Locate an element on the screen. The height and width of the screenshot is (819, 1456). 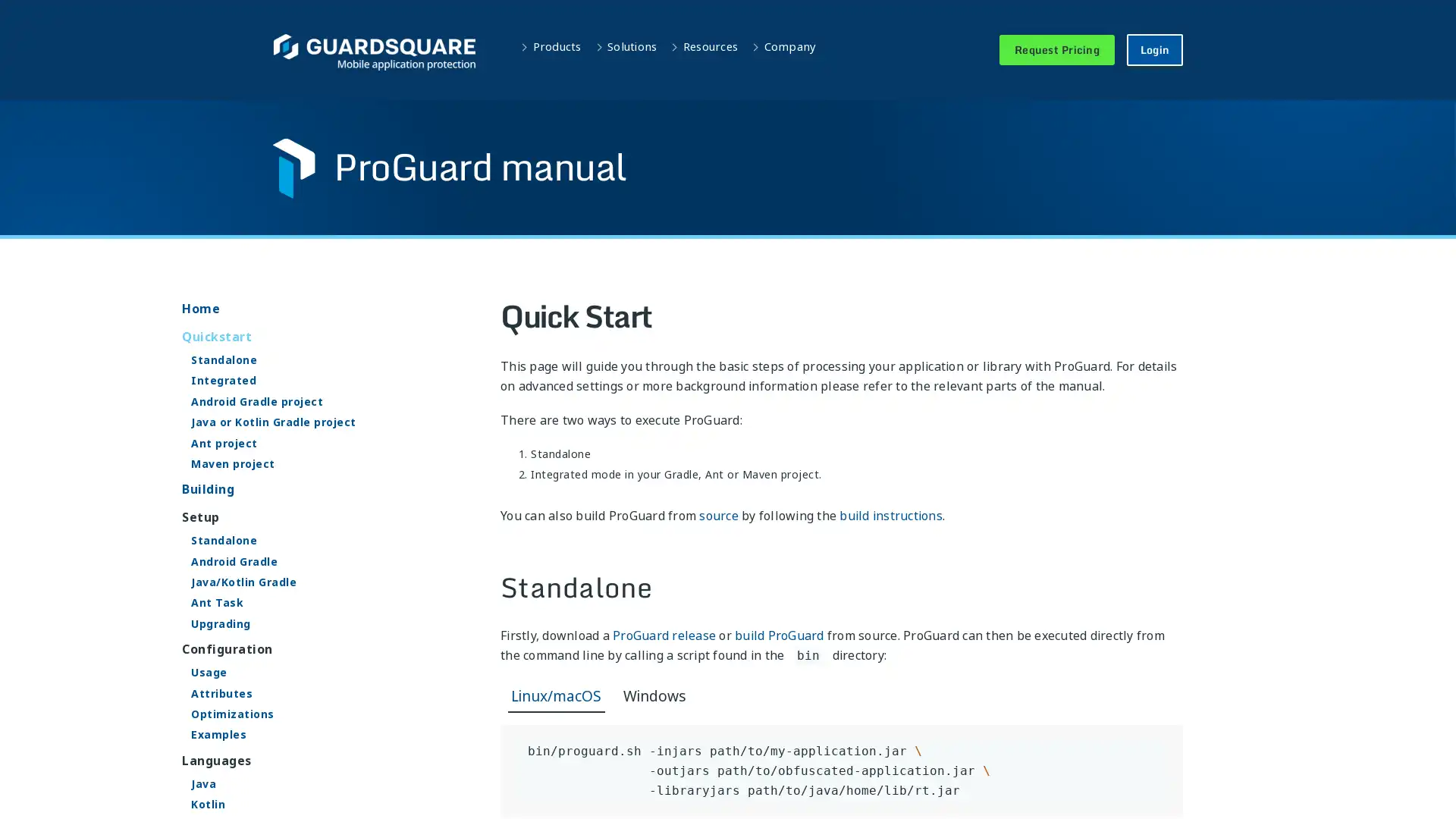
Search is located at coordinates (927, 24).